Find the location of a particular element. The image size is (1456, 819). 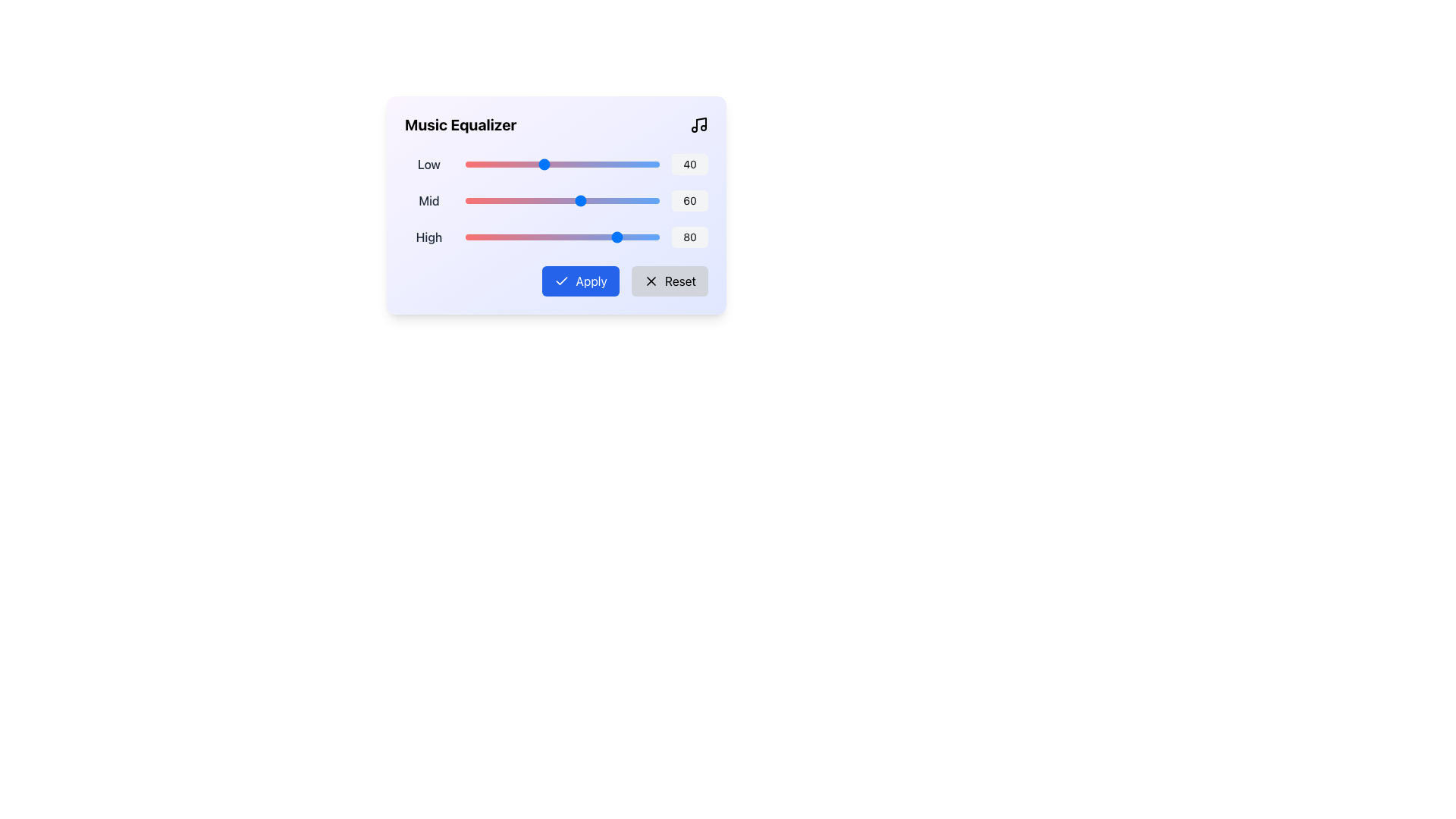

the mid-range slider is located at coordinates (528, 200).